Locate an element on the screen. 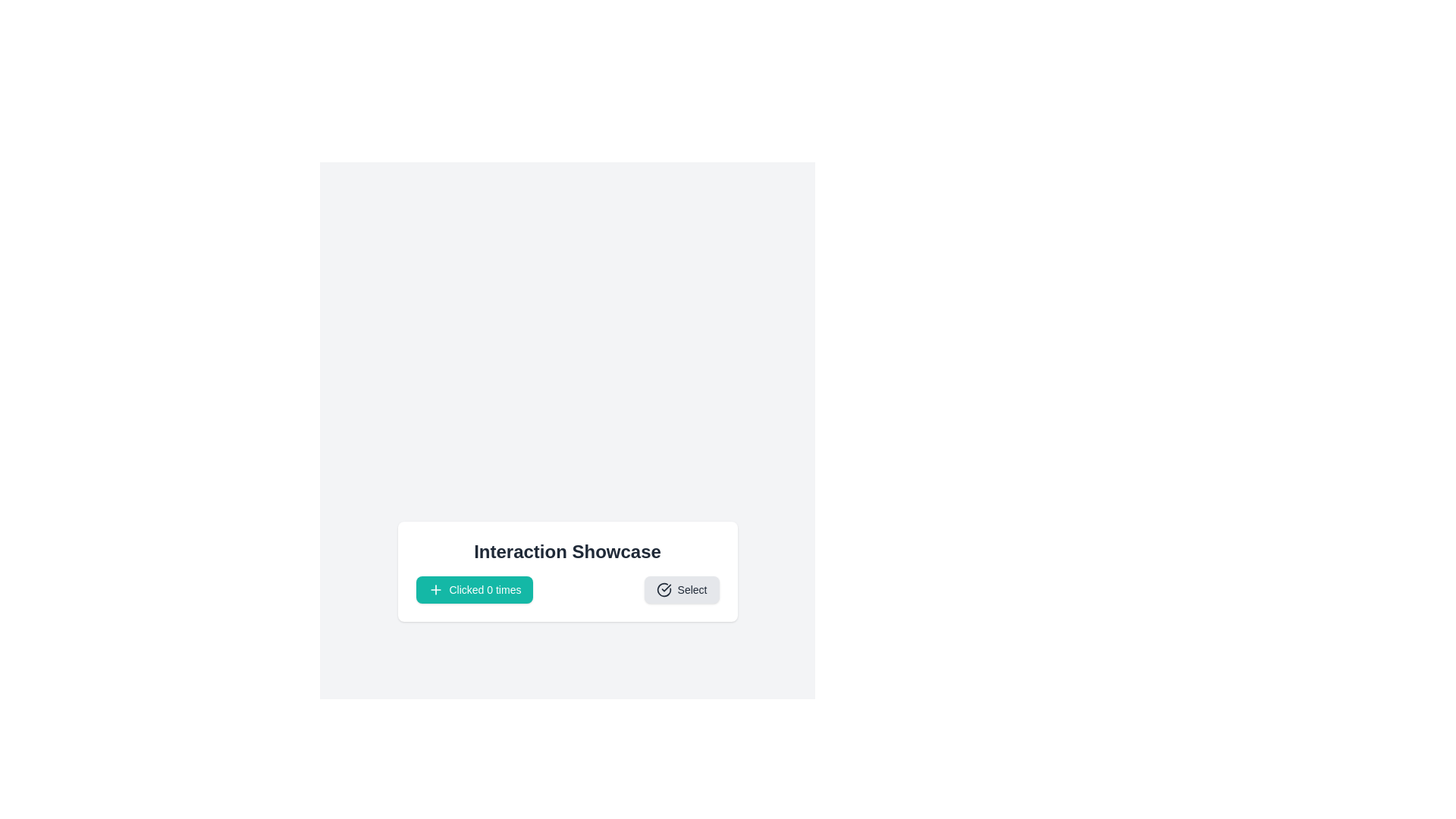  the Composite UI element containing the teal-colored button labeled 'Clicked 0 times' and the light gray button labeled 'Select' to trigger visual feedback is located at coordinates (566, 589).